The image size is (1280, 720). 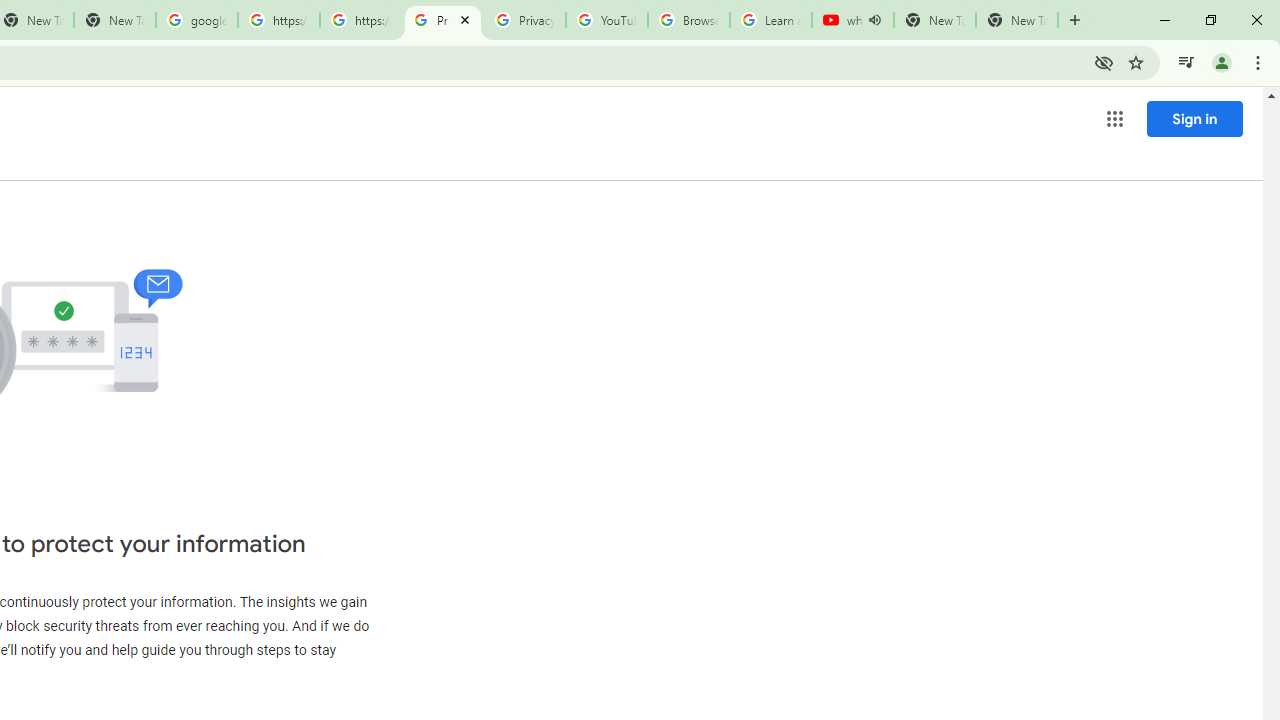 I want to click on 'Third-party cookies blocked', so click(x=1103, y=61).